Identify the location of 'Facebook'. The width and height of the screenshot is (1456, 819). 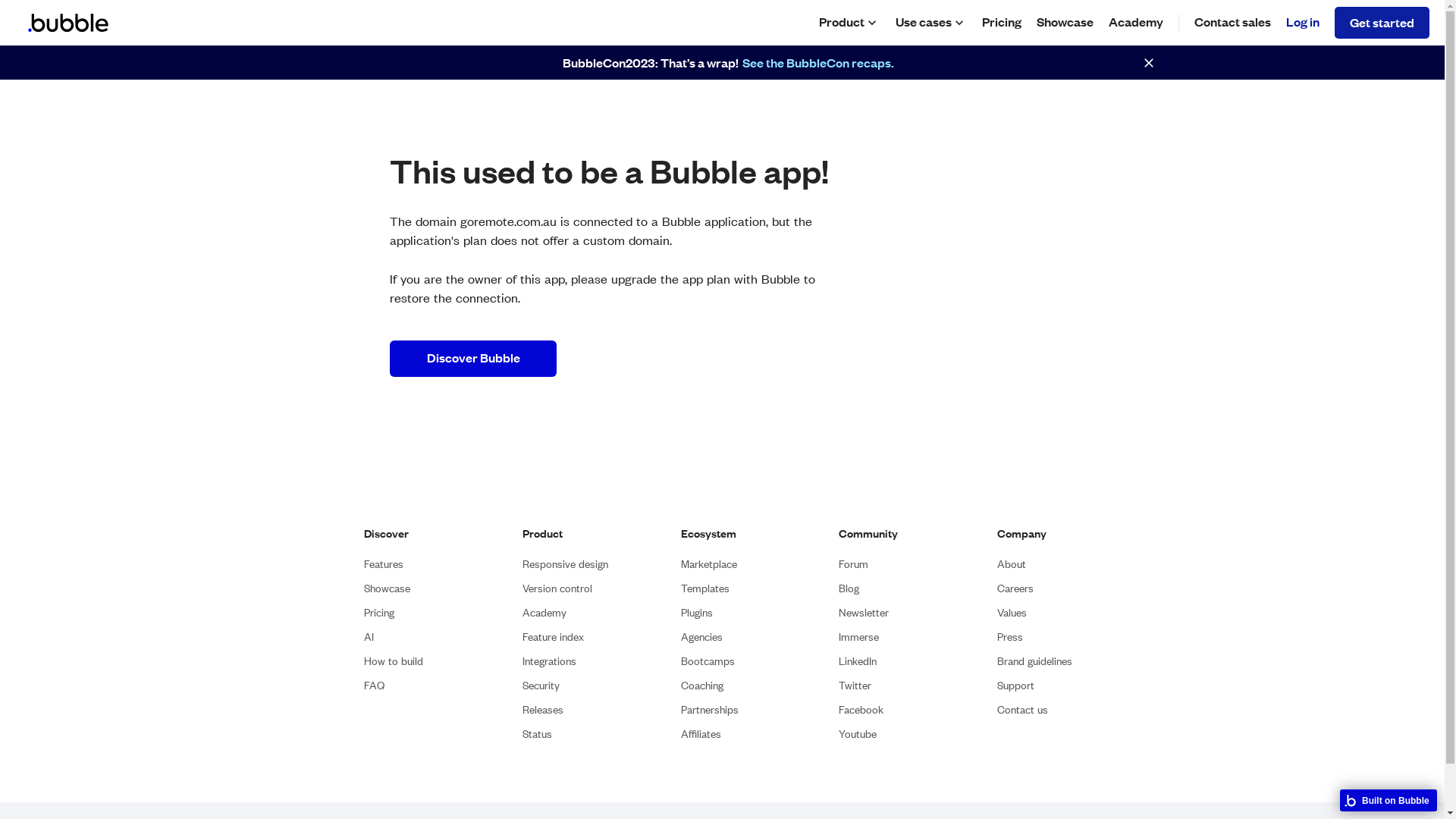
(837, 709).